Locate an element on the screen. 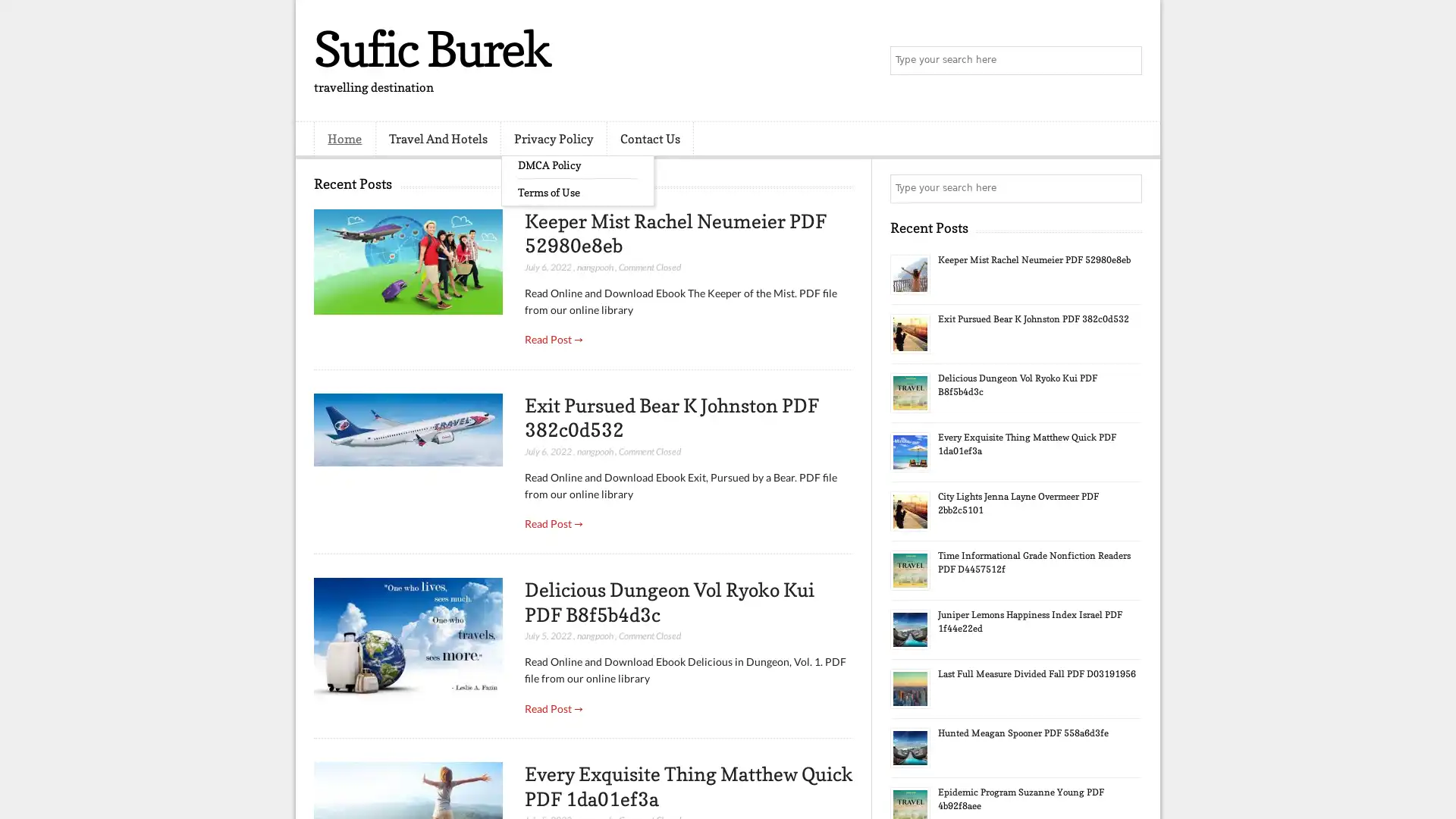  Search is located at coordinates (1126, 61).